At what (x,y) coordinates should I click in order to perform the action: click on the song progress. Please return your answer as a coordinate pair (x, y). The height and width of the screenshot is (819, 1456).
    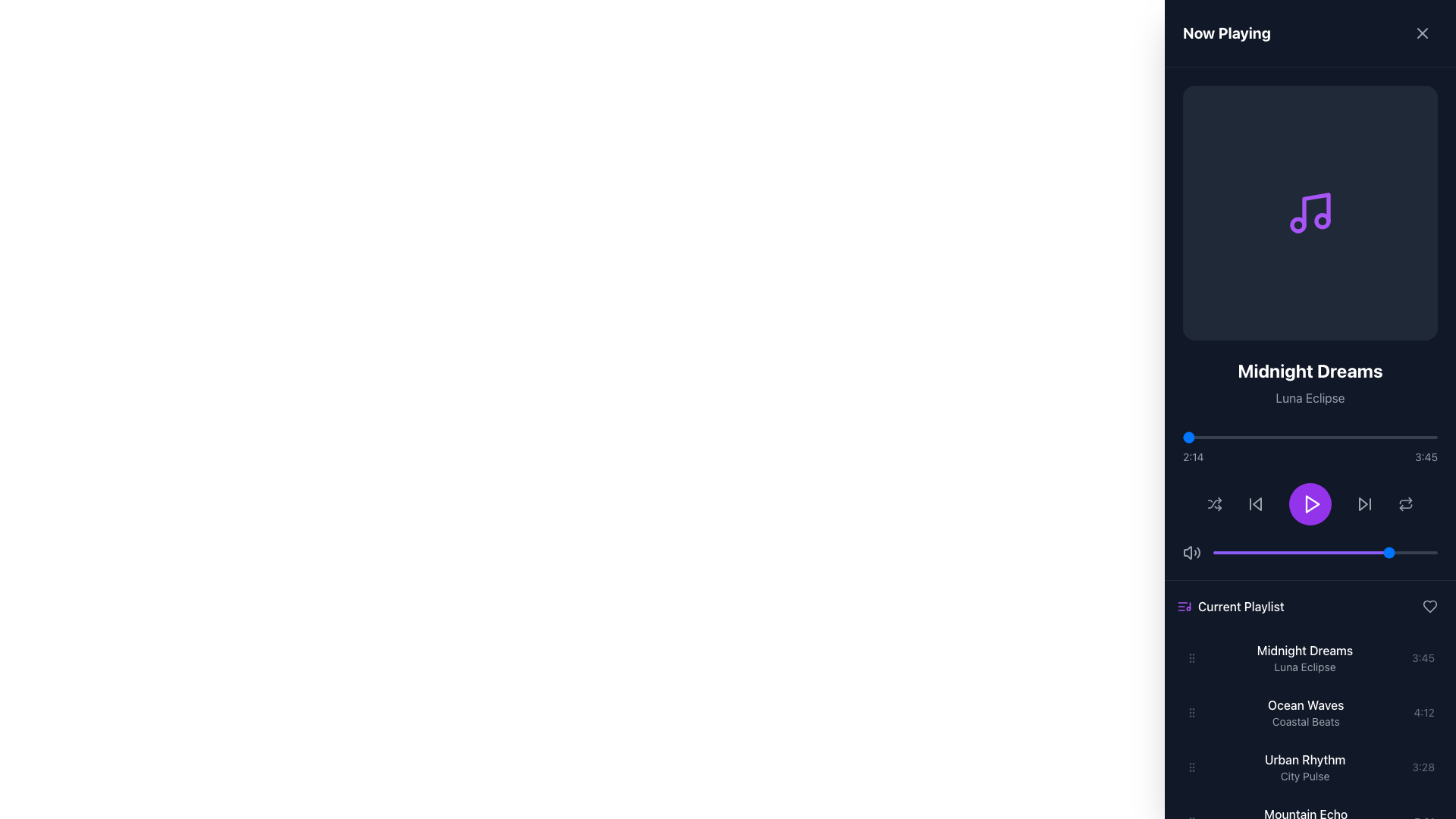
    Looking at the image, I should click on (1398, 438).